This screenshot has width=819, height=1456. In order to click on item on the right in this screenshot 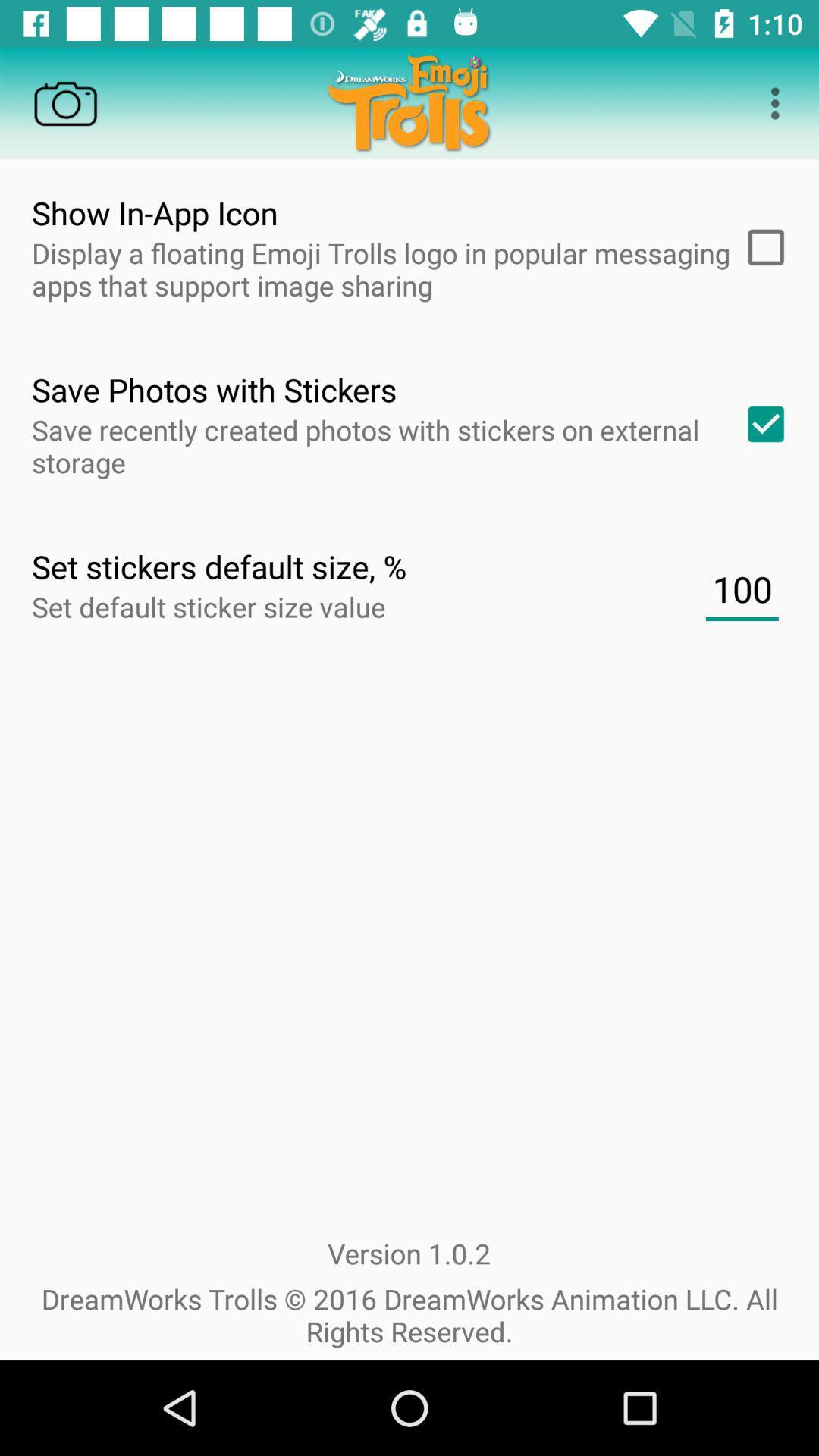, I will do `click(741, 588)`.